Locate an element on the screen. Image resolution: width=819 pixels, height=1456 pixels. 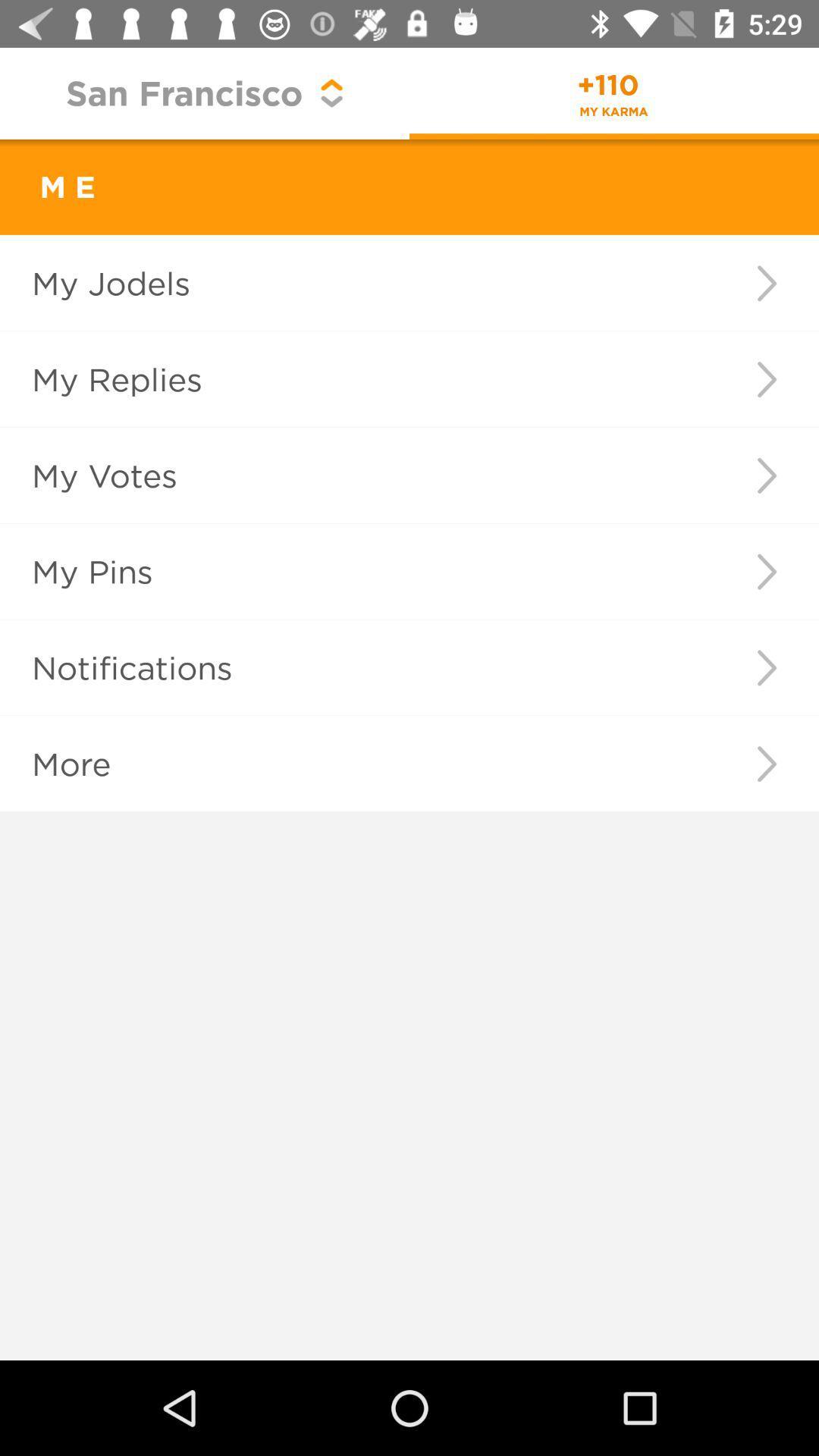
the my votes item is located at coordinates (351, 475).